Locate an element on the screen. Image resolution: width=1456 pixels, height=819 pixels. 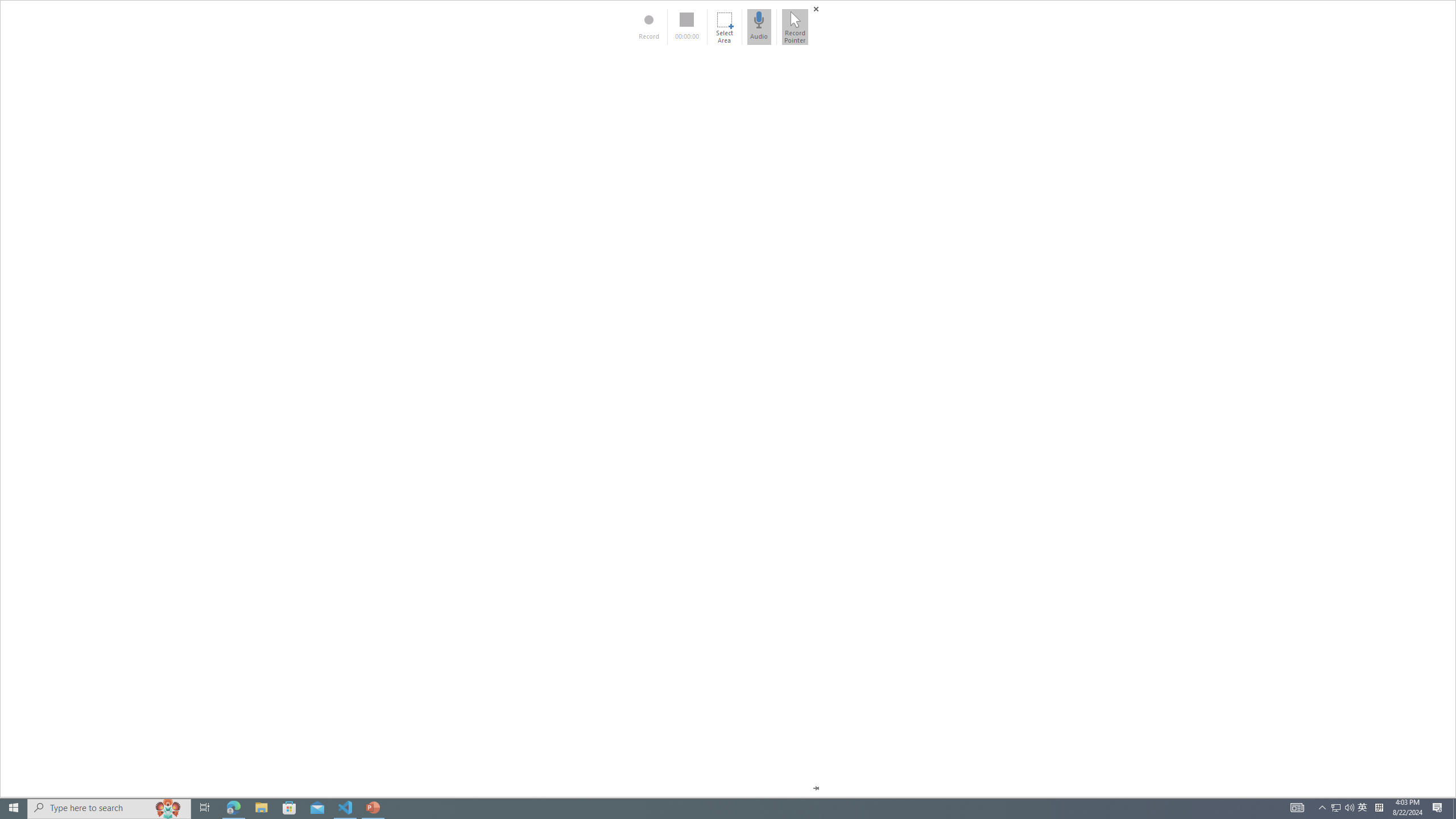
'00:00:00' is located at coordinates (686, 26).